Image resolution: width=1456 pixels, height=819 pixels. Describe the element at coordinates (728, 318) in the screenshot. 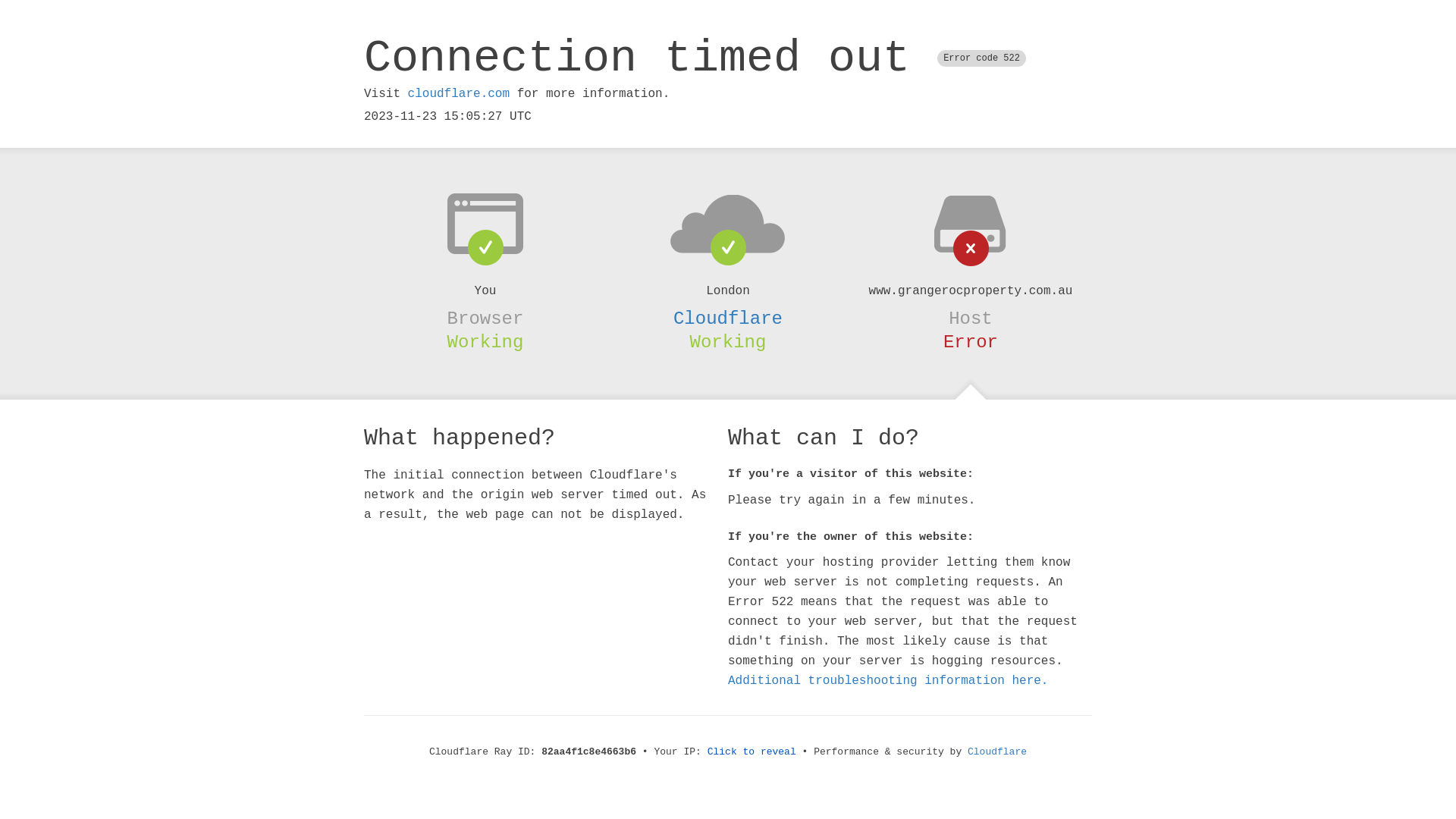

I see `'Cloudflare'` at that location.